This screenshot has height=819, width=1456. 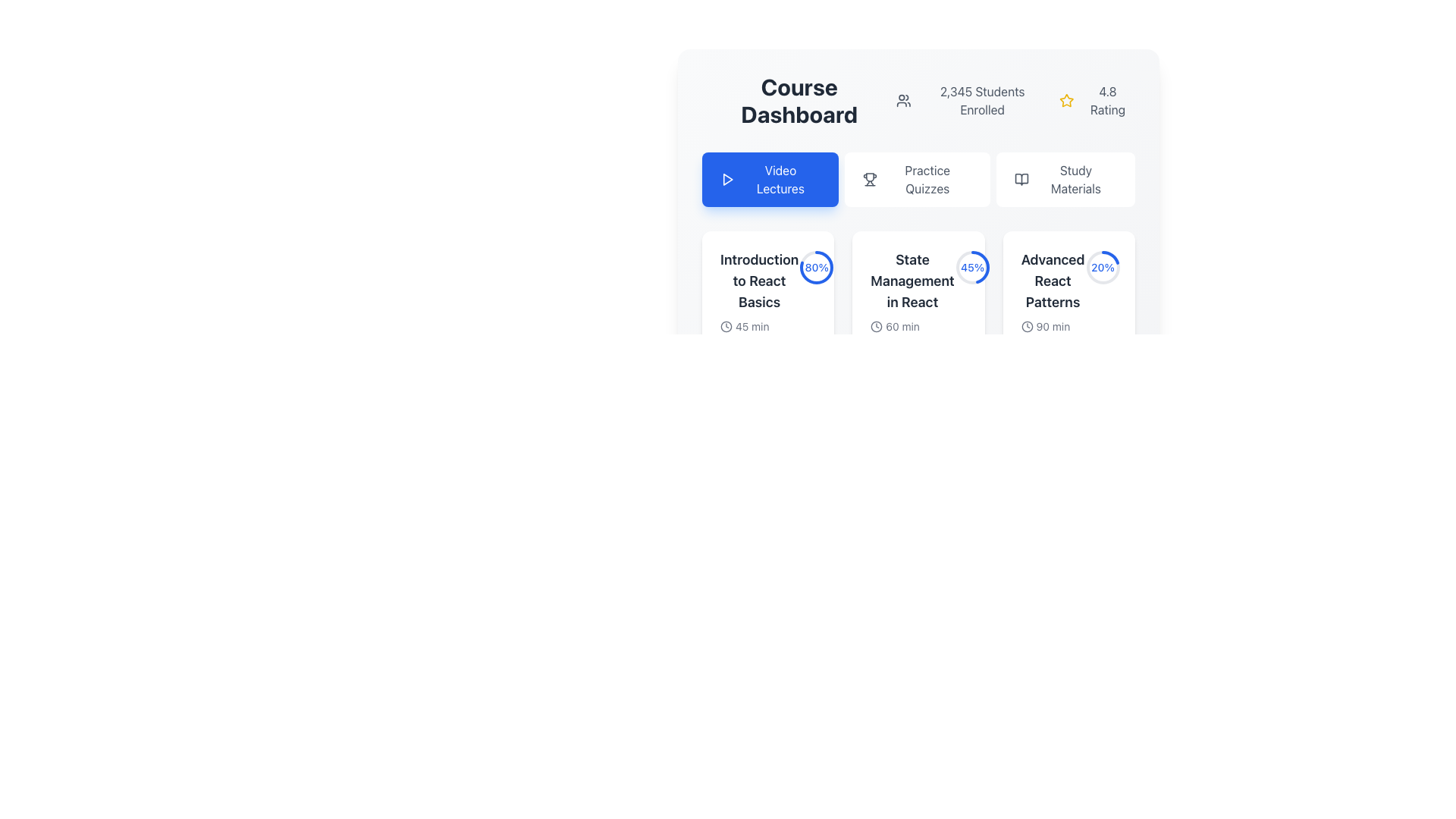 I want to click on the informational card titled 'State Management in React', so click(x=912, y=302).